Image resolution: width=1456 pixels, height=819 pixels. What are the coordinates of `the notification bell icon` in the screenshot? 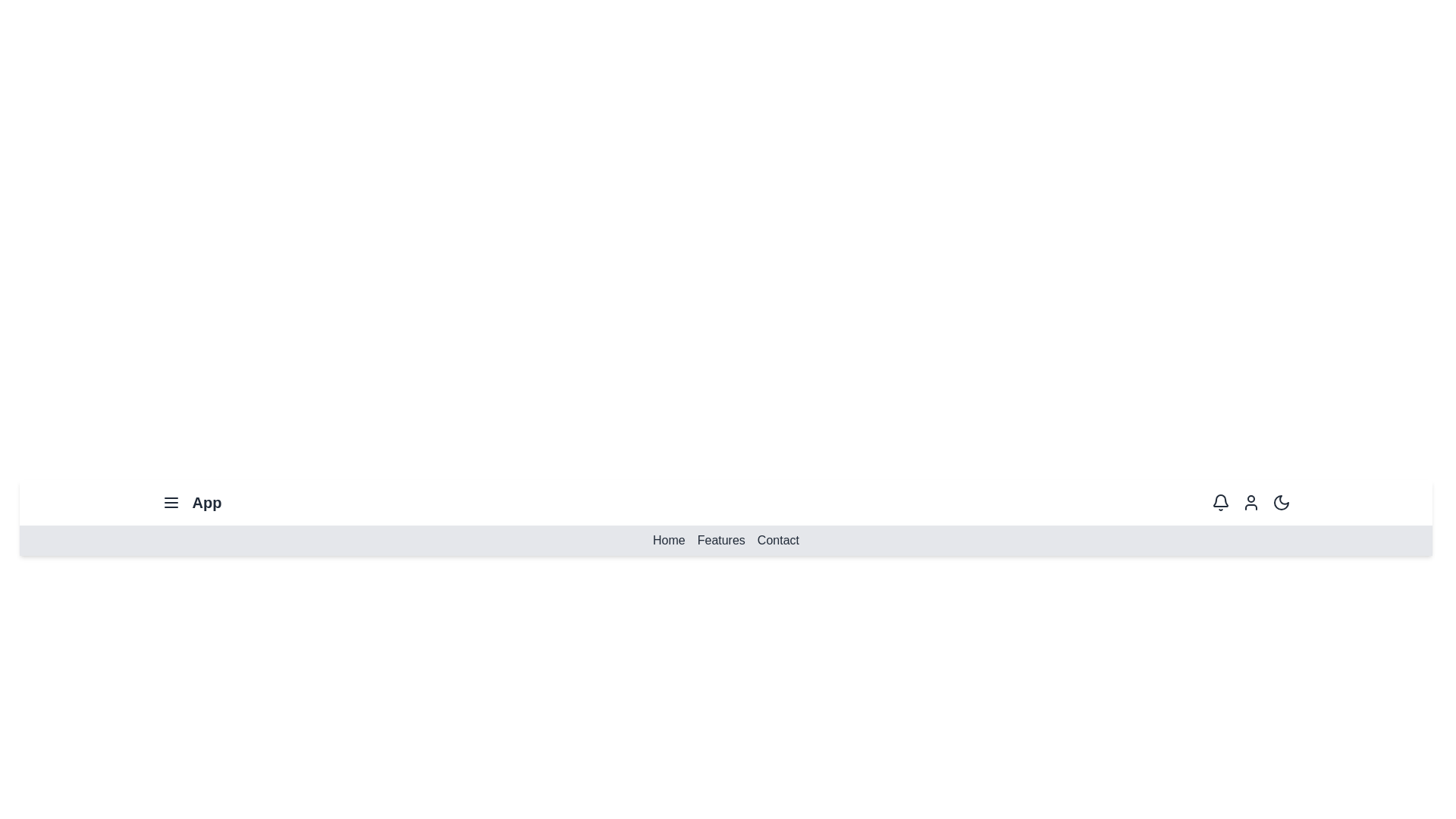 It's located at (1220, 503).